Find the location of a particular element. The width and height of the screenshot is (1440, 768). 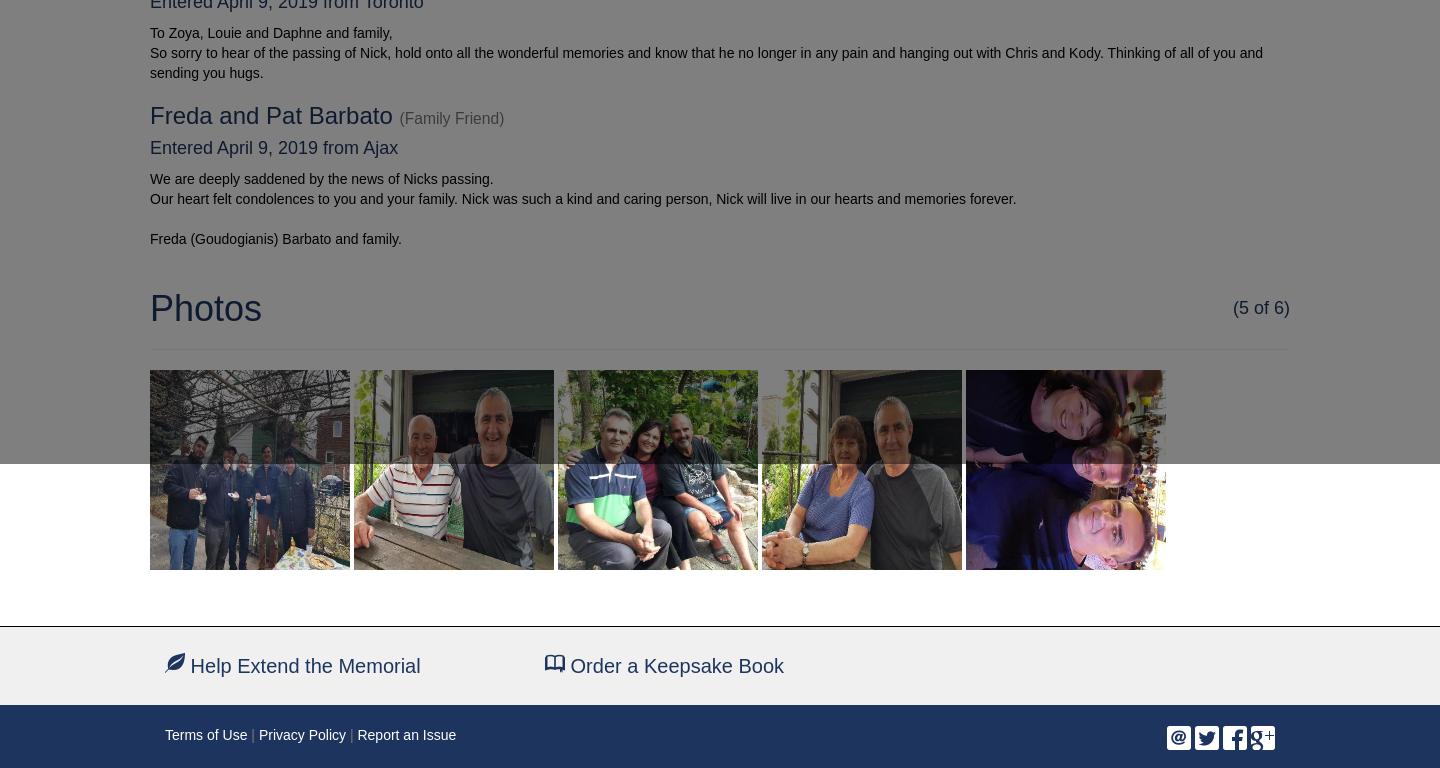

'Photos' is located at coordinates (210, 308).